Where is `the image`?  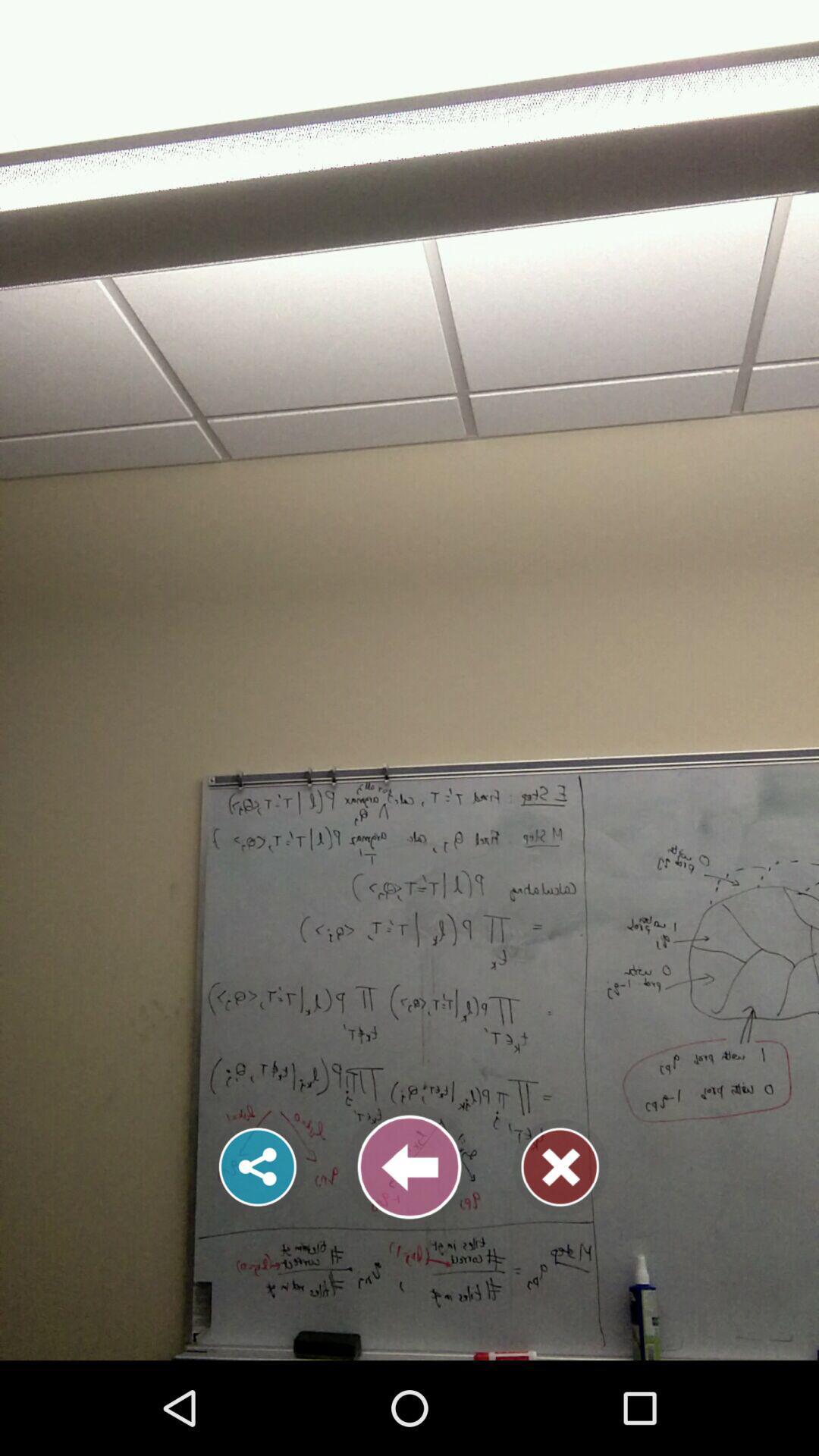 the image is located at coordinates (560, 1166).